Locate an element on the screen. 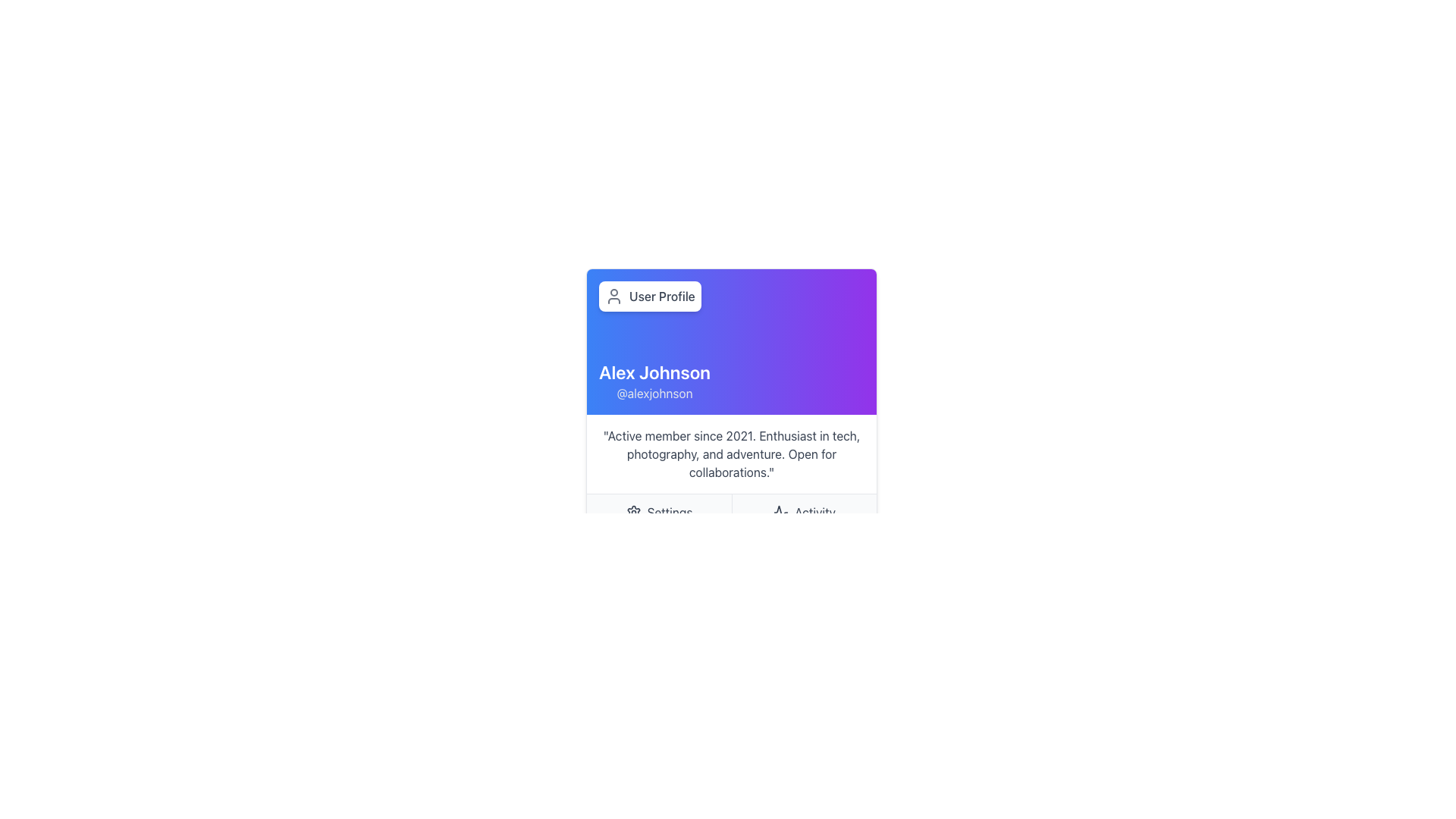 This screenshot has height=819, width=1456. the settings icon located to the left of the 'Settings' label is located at coordinates (633, 512).